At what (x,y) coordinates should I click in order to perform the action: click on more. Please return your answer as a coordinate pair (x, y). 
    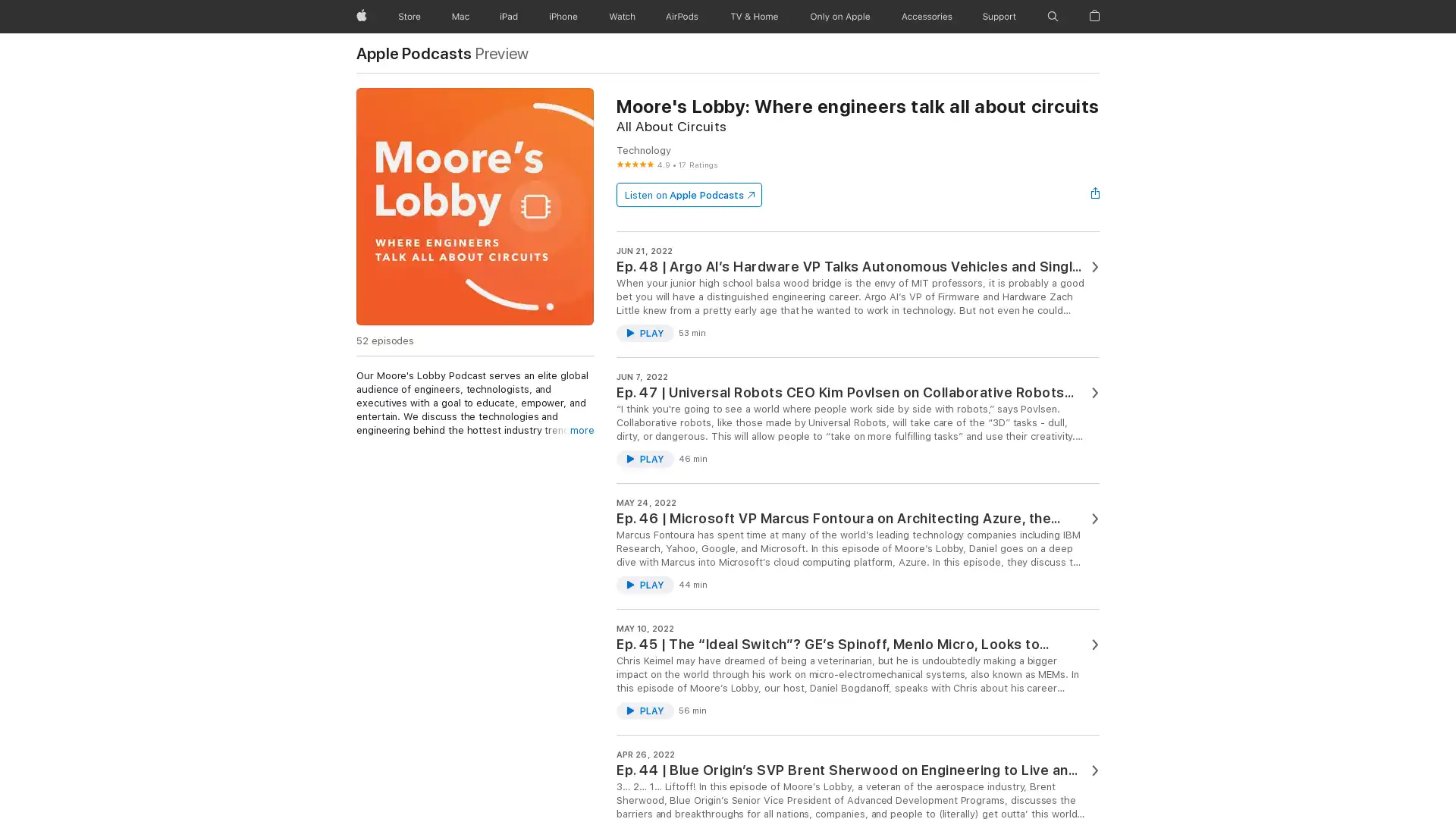
    Looking at the image, I should click on (581, 430).